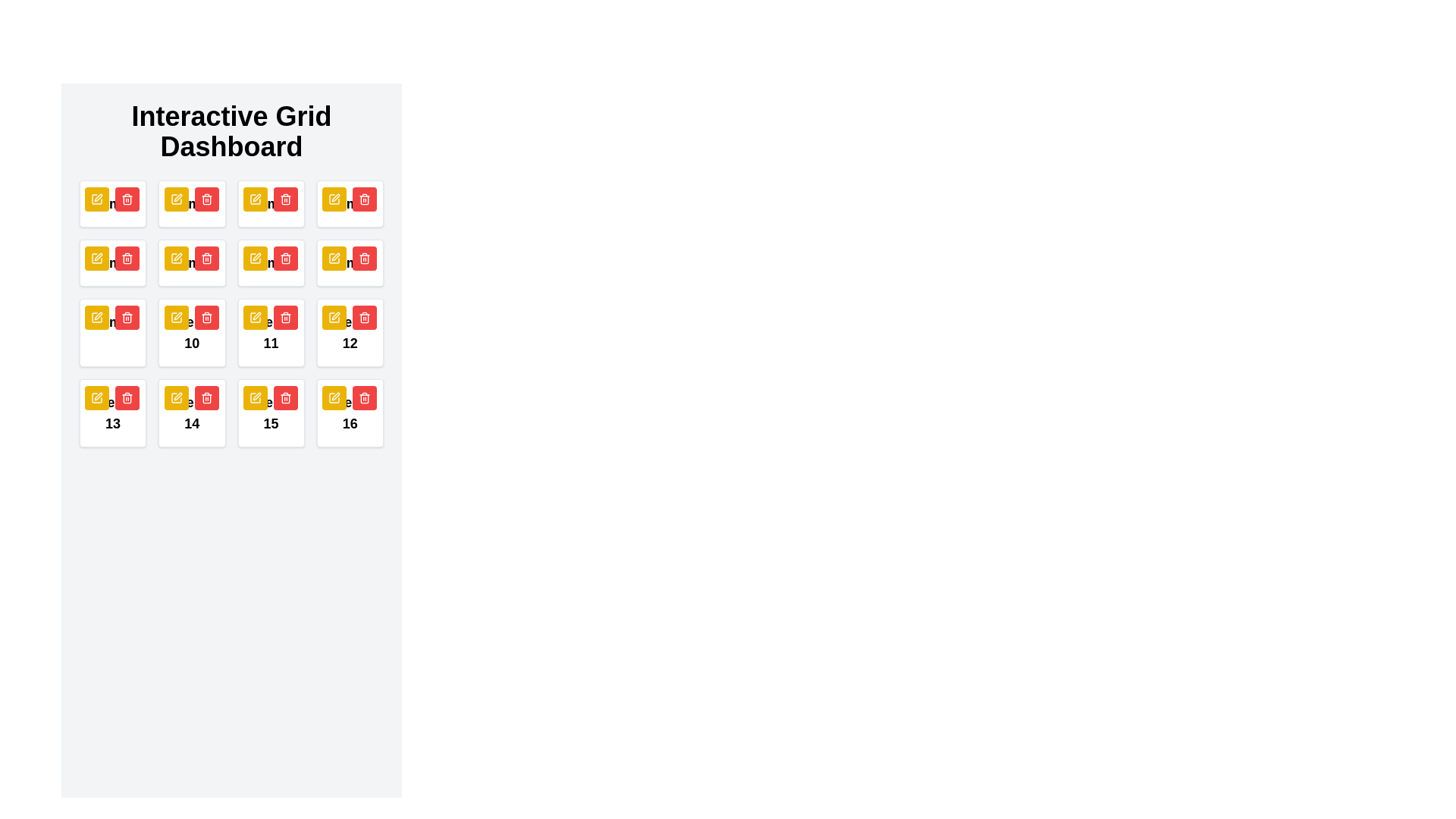 The width and height of the screenshot is (1456, 819). What do you see at coordinates (127, 317) in the screenshot?
I see `the red rectangular button with a trash can icon located at the top-right corner of grid cell 9` at bounding box center [127, 317].